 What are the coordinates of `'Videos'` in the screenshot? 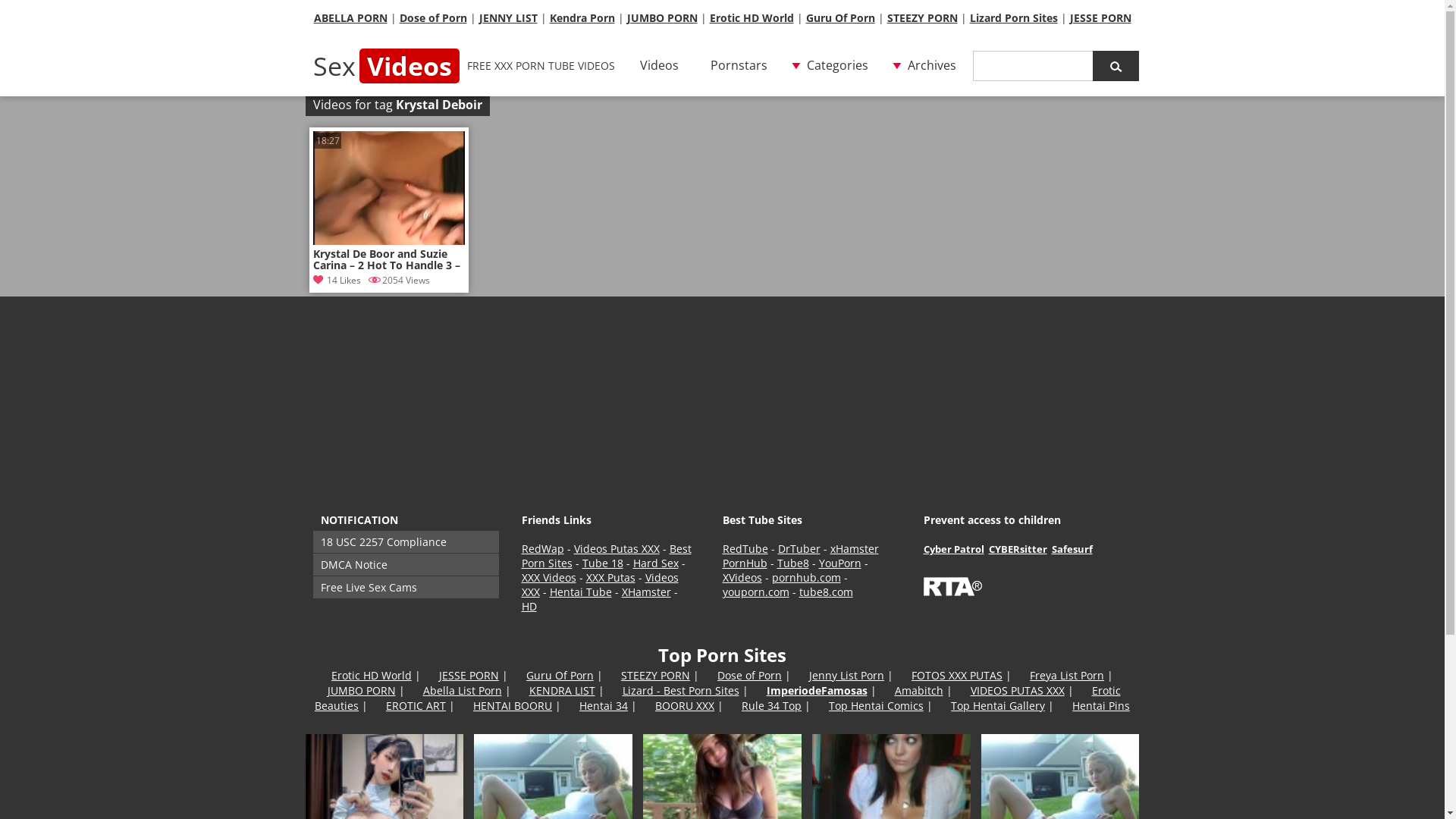 It's located at (659, 65).